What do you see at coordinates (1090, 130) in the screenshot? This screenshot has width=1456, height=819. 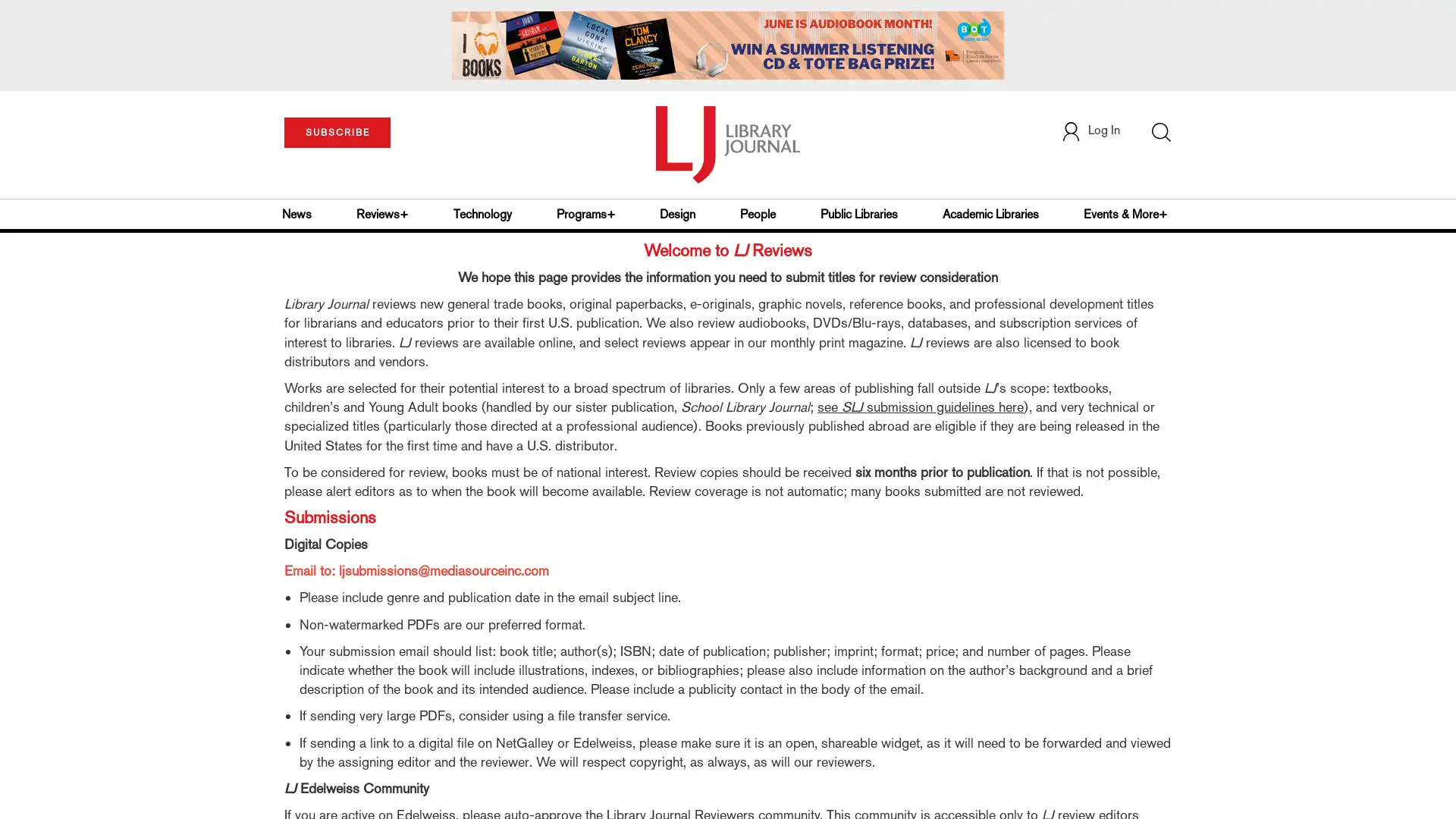 I see `Log In` at bounding box center [1090, 130].